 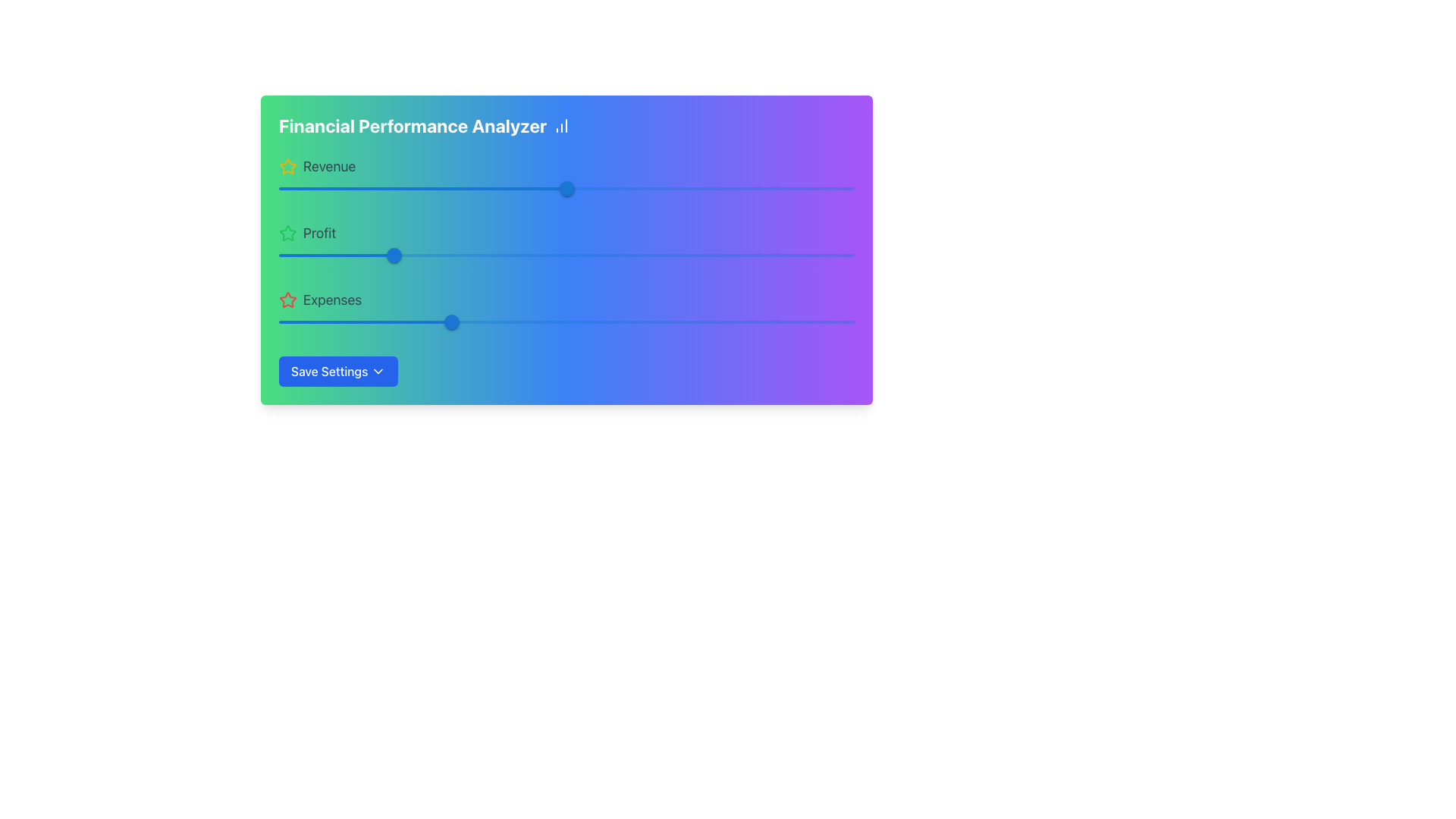 I want to click on slider value, so click(x=388, y=254).